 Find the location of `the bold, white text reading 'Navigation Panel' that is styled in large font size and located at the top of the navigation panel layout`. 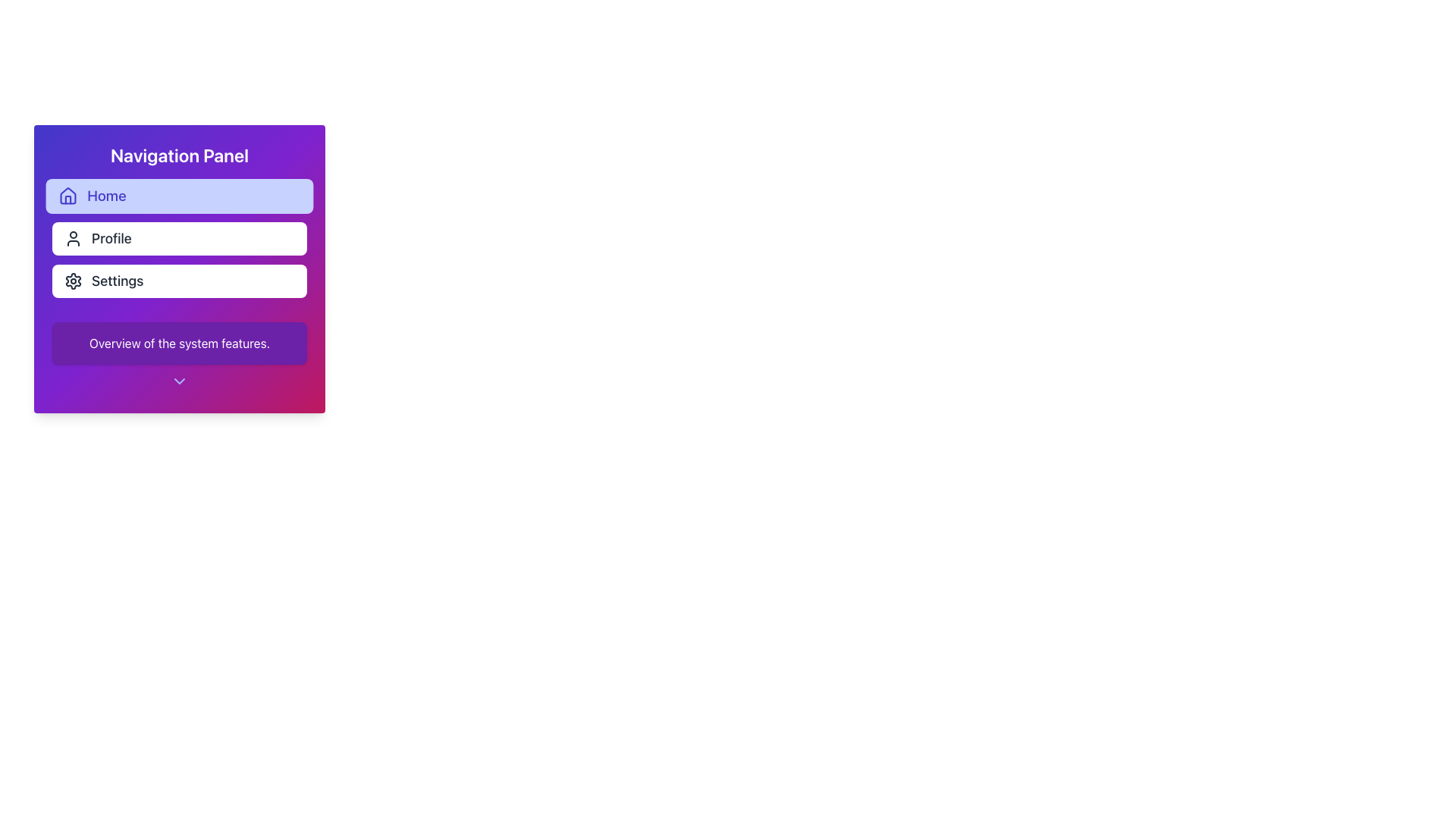

the bold, white text reading 'Navigation Panel' that is styled in large font size and located at the top of the navigation panel layout is located at coordinates (179, 155).